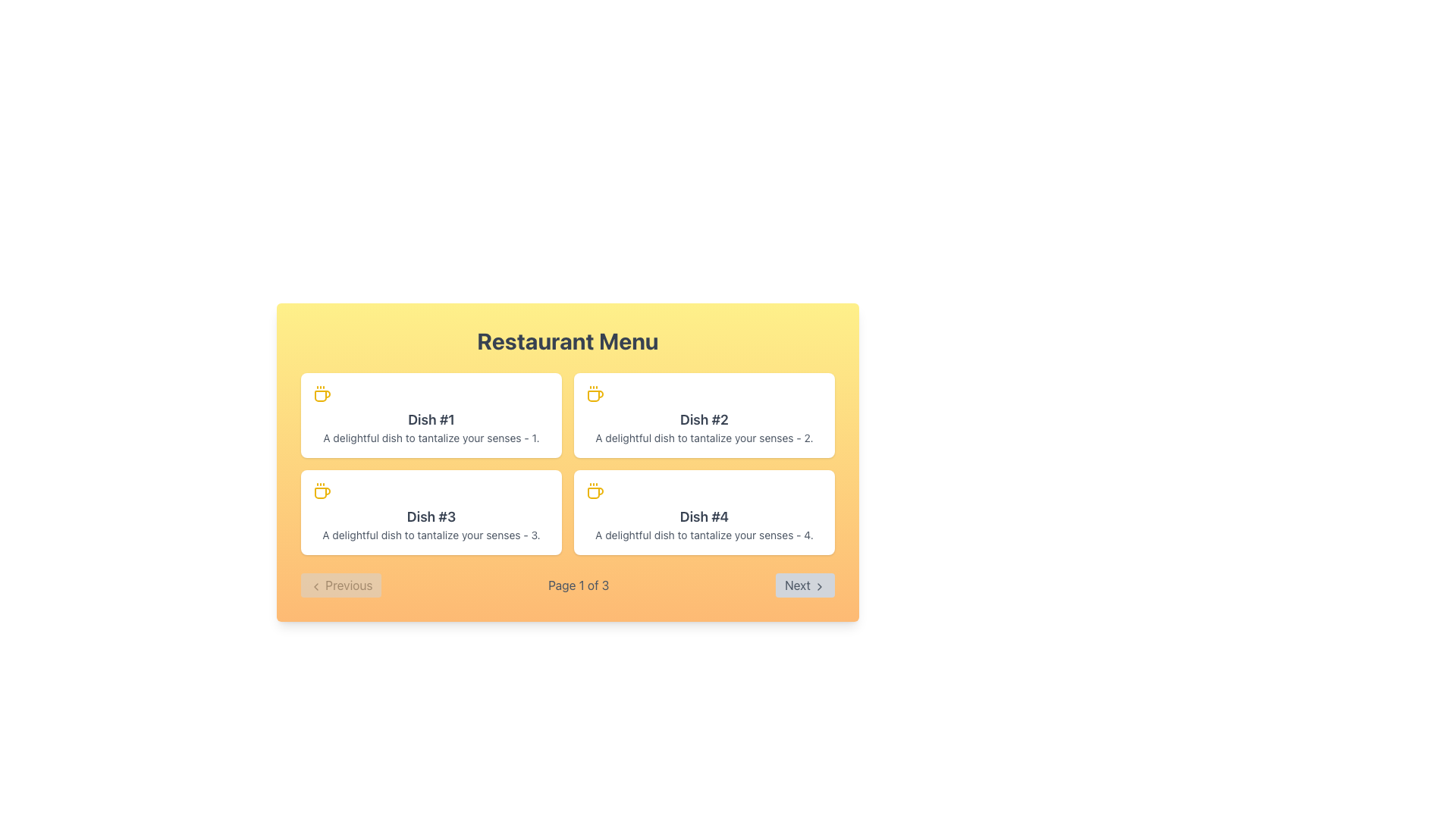  Describe the element at coordinates (431, 438) in the screenshot. I see `the text label displaying 'A delightful dish to tantalize your senses - 1' which is positioned directly under the title 'Dish #1' in the card layout` at that location.